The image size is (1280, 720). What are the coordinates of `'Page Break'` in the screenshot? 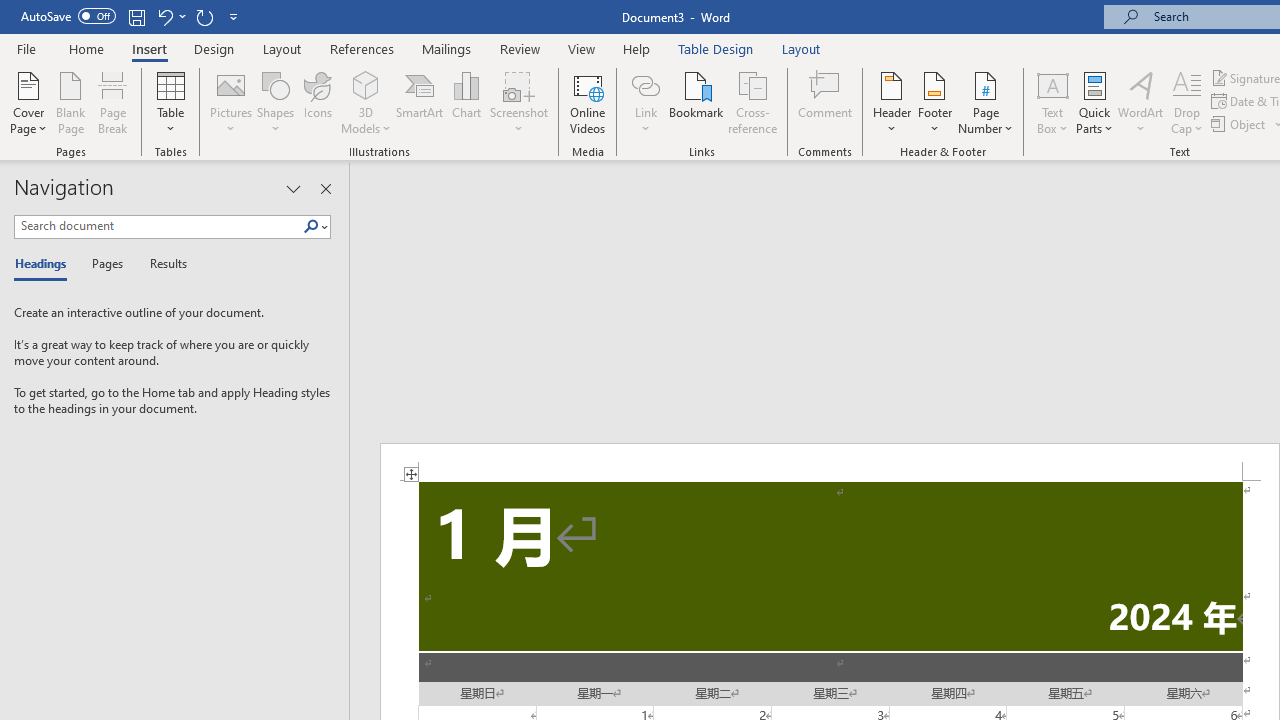 It's located at (112, 103).